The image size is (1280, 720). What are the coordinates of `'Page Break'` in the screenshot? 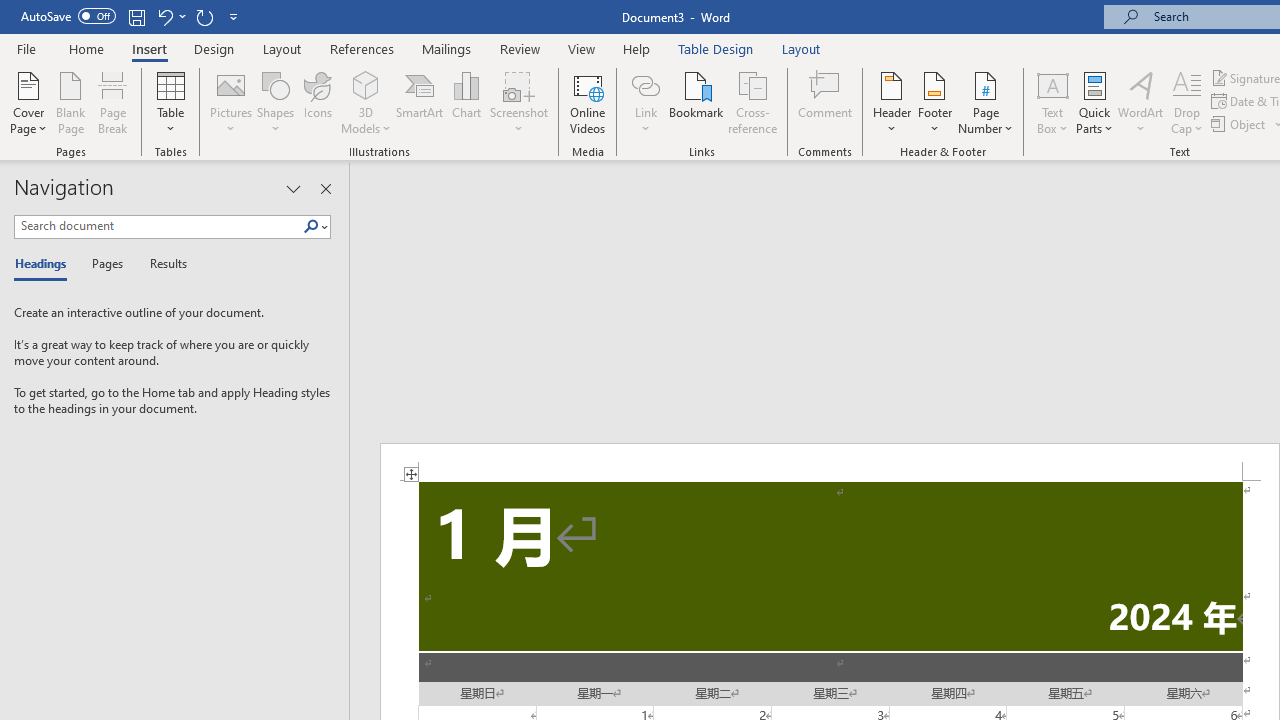 It's located at (112, 103).